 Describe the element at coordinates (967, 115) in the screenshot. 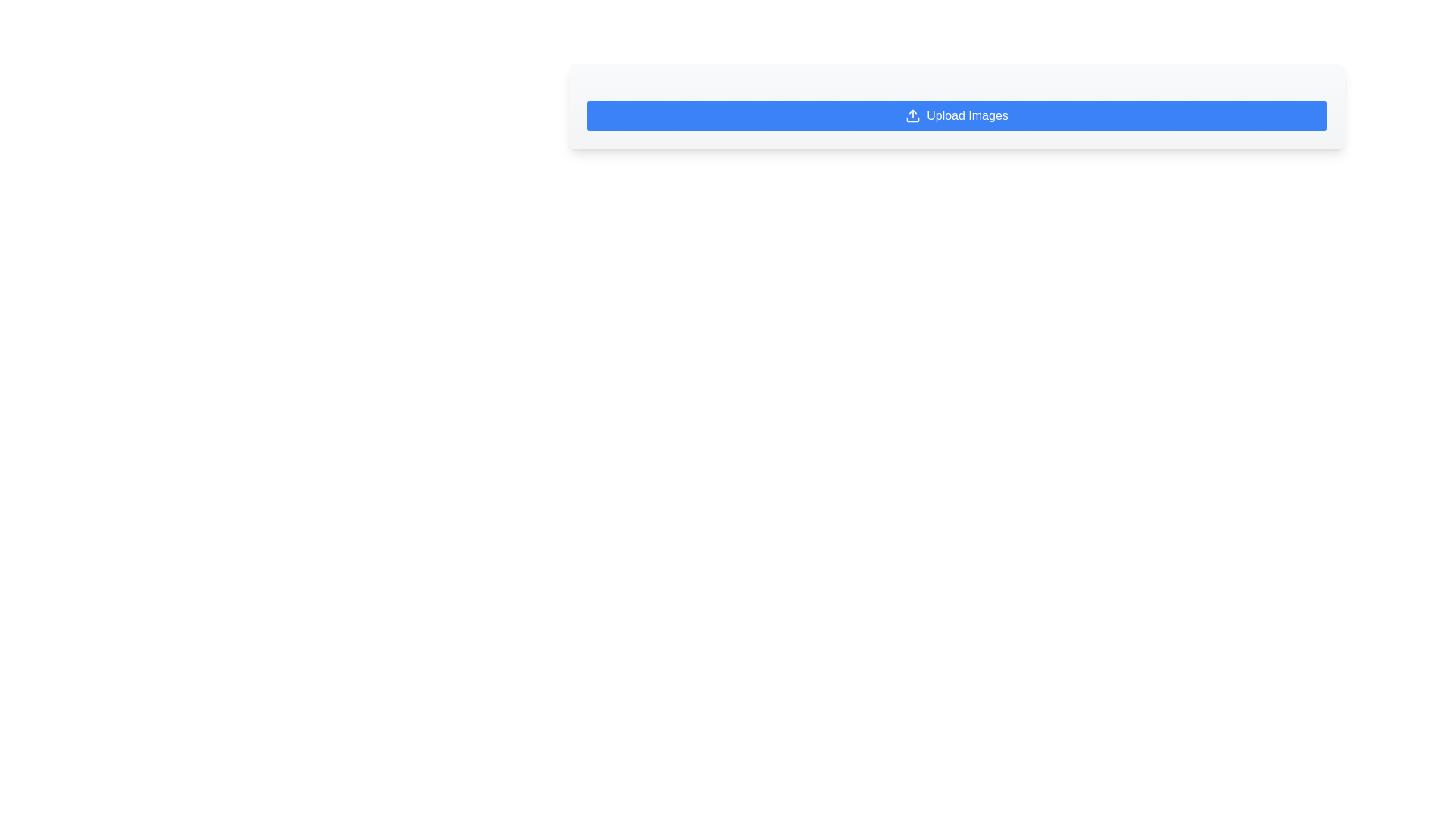

I see `the text label that indicates the purpose of the upload button, located to the right of the upload icon in the center-right section of the blue rectangular button` at that location.